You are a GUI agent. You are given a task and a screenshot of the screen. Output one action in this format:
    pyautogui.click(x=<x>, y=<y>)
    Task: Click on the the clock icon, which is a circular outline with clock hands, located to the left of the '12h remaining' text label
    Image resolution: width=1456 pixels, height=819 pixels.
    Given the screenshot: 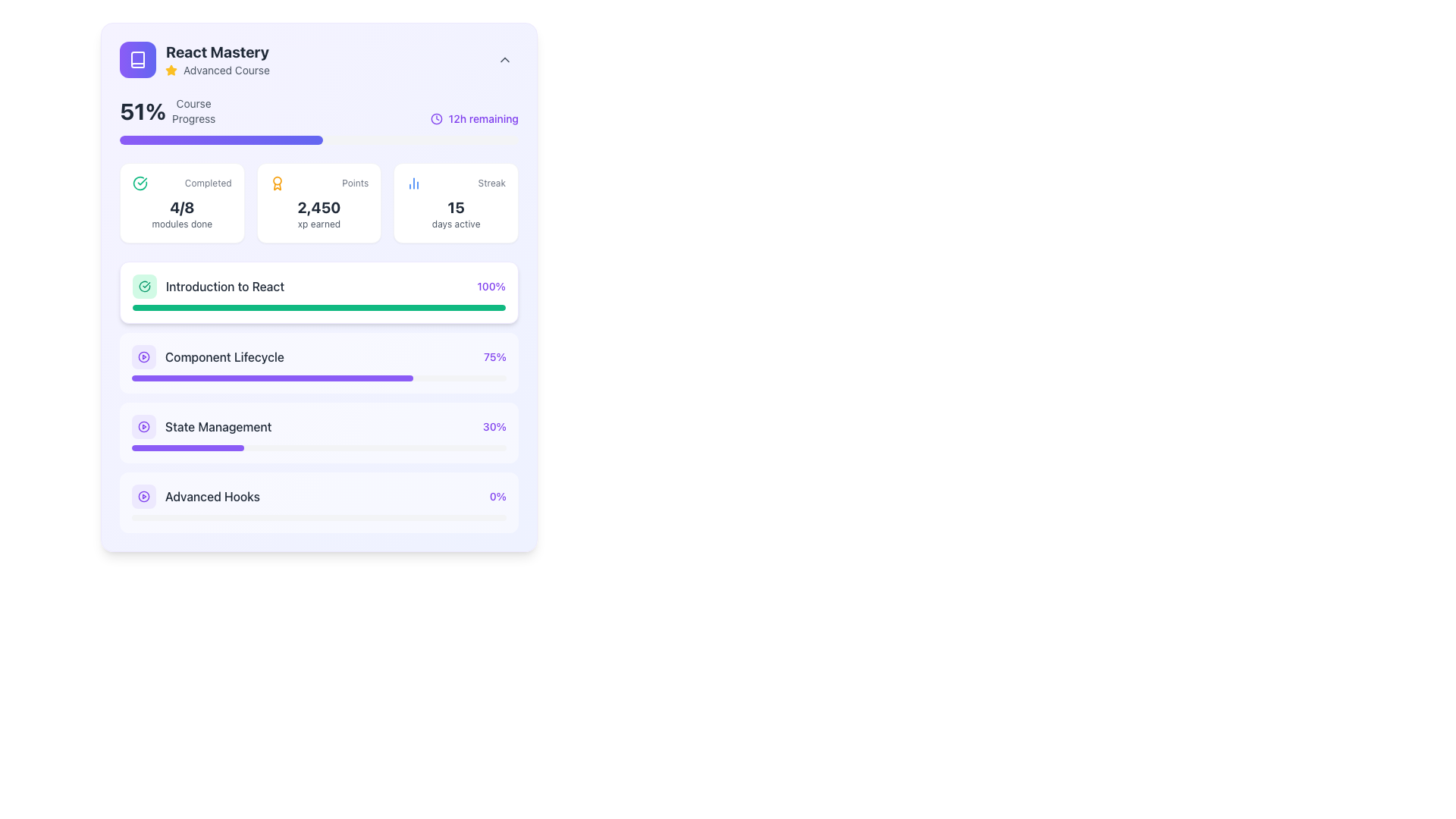 What is the action you would take?
    pyautogui.click(x=435, y=118)
    